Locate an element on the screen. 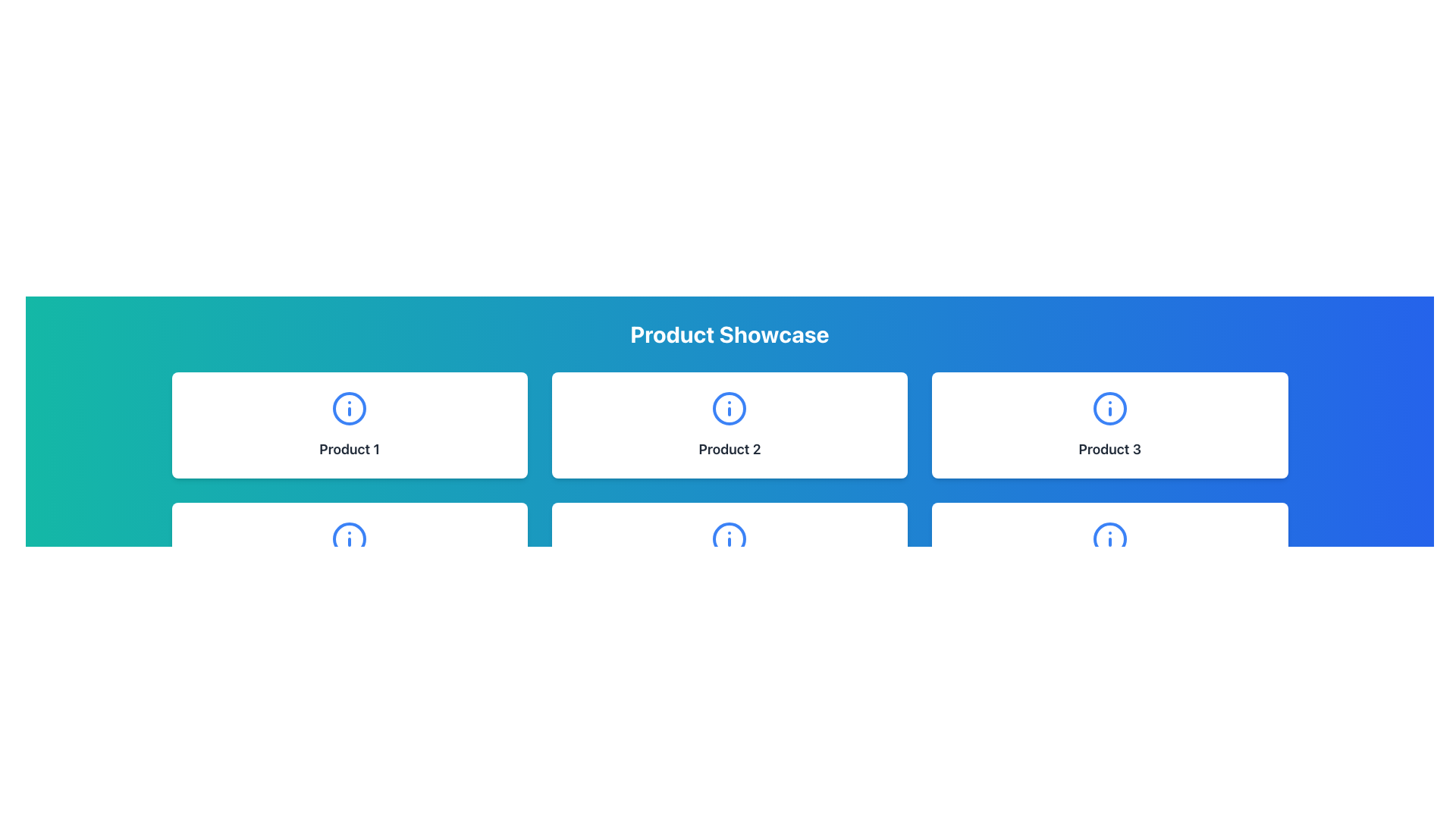 The image size is (1456, 819). the Display Card that features a blue circular information icon and the text 'Product 3' in bold gray font, located in the first row of a three-column grid layout is located at coordinates (1109, 425).